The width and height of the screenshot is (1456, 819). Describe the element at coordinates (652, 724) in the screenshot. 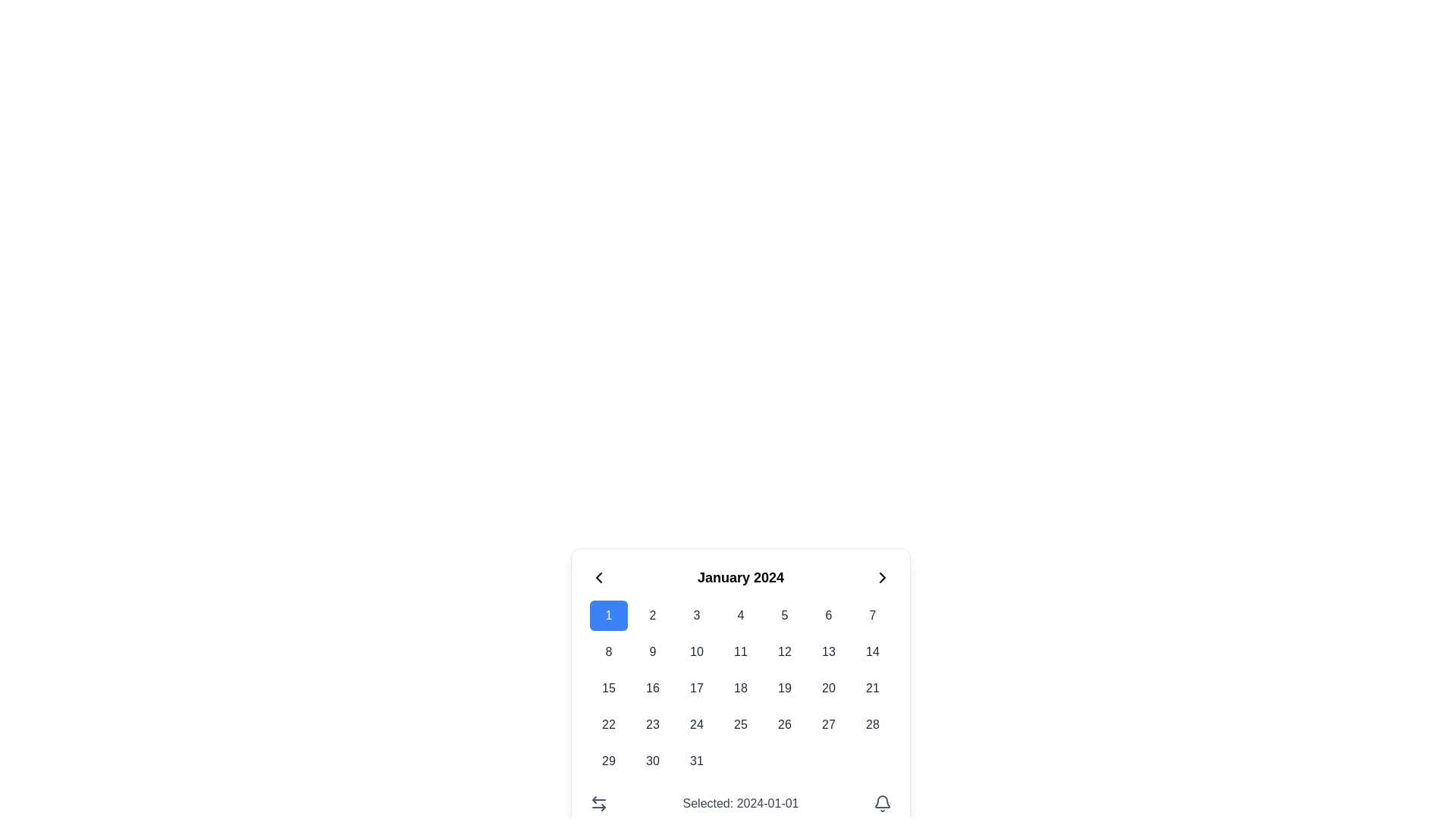

I see `the TextLabel displaying '23' in the fourth row and second column of the calendar grid` at that location.